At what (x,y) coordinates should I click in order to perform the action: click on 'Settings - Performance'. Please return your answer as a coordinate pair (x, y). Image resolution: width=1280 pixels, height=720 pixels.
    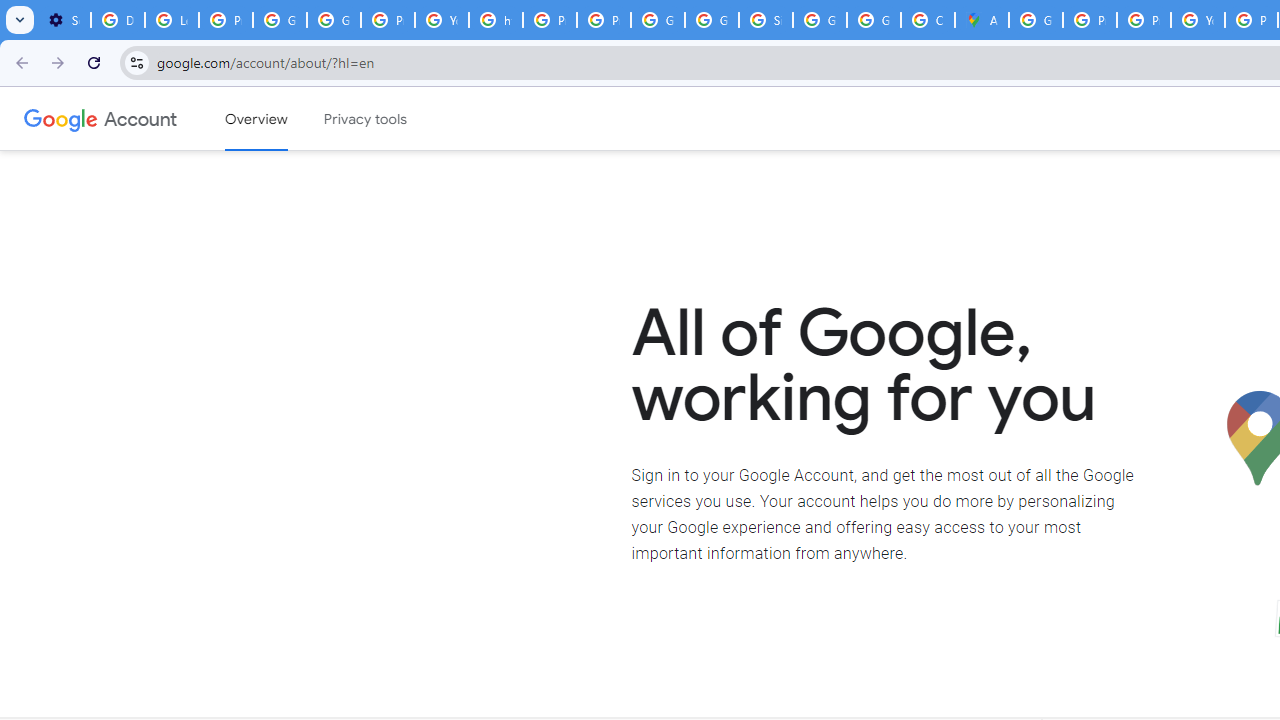
    Looking at the image, I should click on (64, 20).